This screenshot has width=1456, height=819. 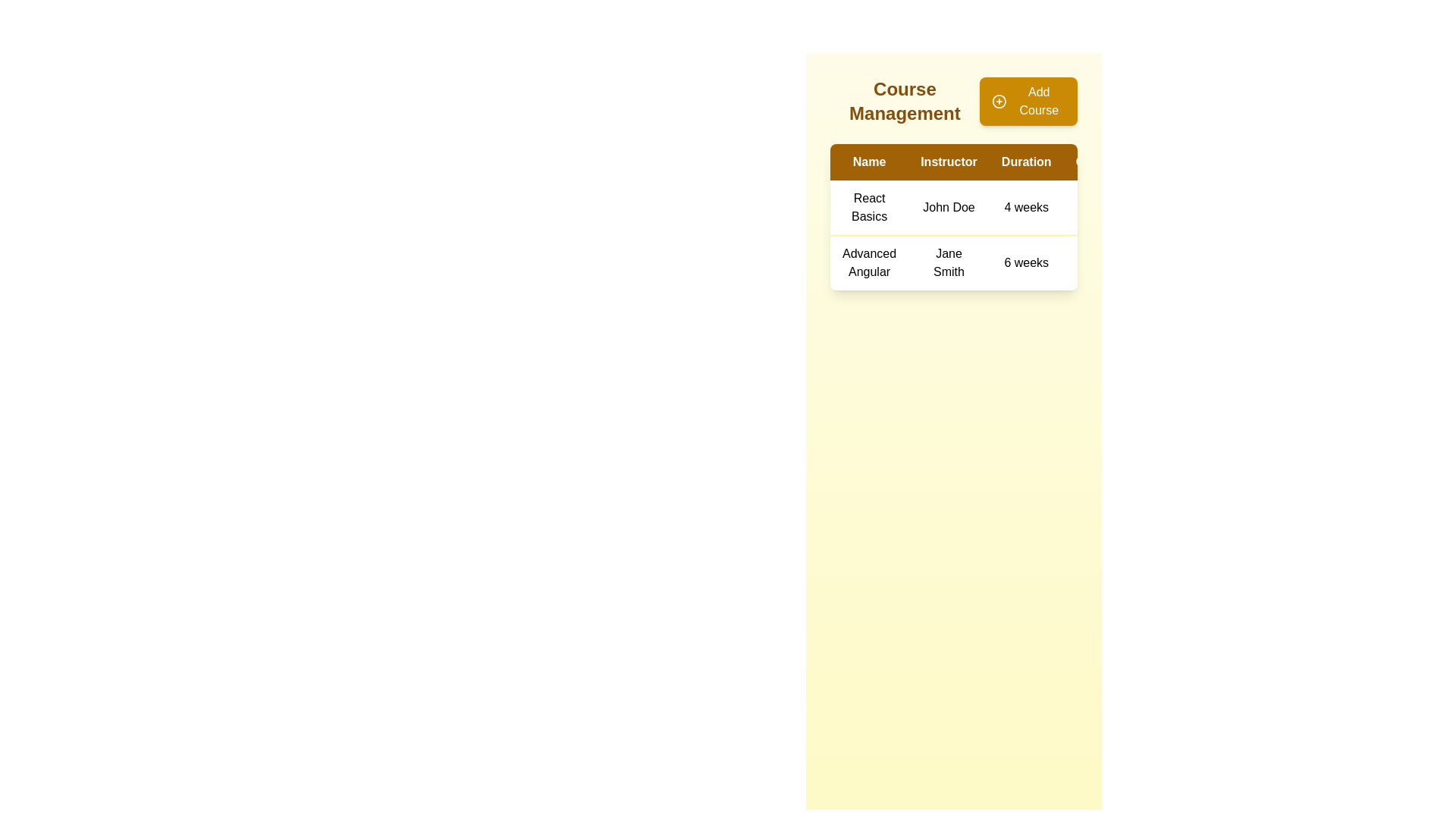 What do you see at coordinates (1018, 235) in the screenshot?
I see `the table row containing course information for 'React Basics' and 'Advanced Angular' to view details about the courses` at bounding box center [1018, 235].